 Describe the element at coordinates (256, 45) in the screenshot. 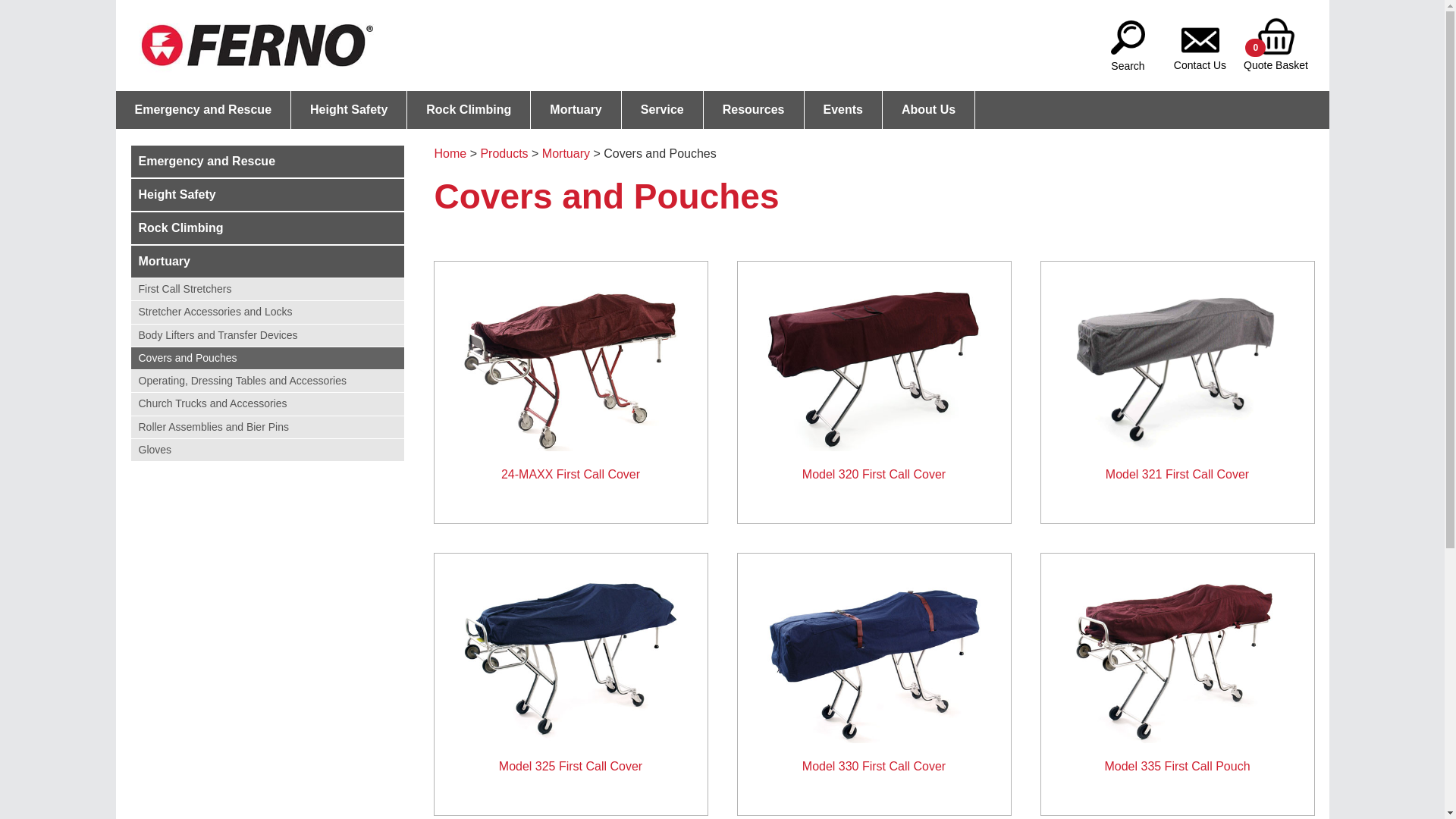

I see `'Ferno'` at that location.